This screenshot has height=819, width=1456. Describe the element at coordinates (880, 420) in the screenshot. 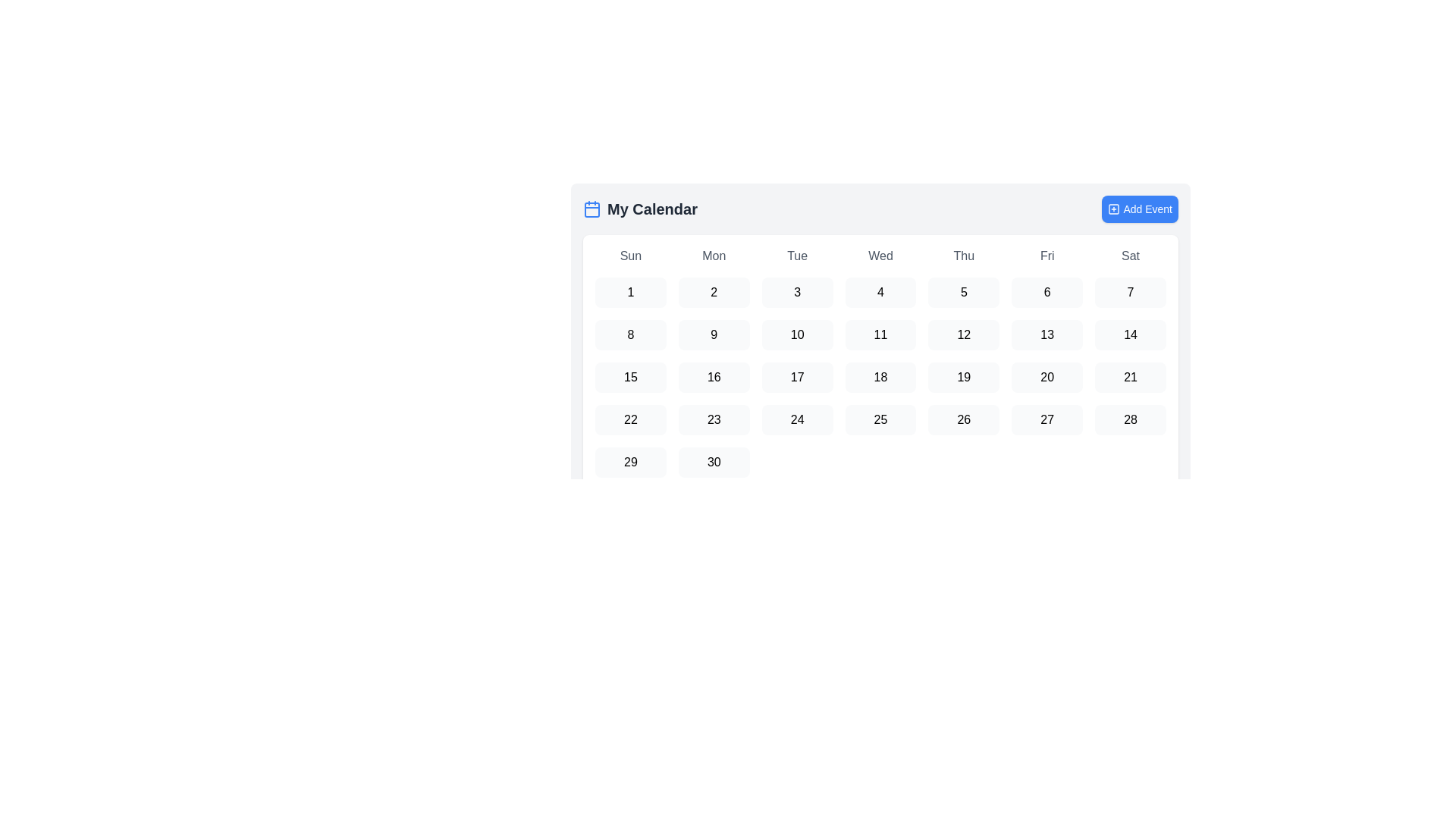

I see `the button-like clickable calendar date item representing the date '25' located in the fifth row and fourth column under the 'Wed' header` at that location.